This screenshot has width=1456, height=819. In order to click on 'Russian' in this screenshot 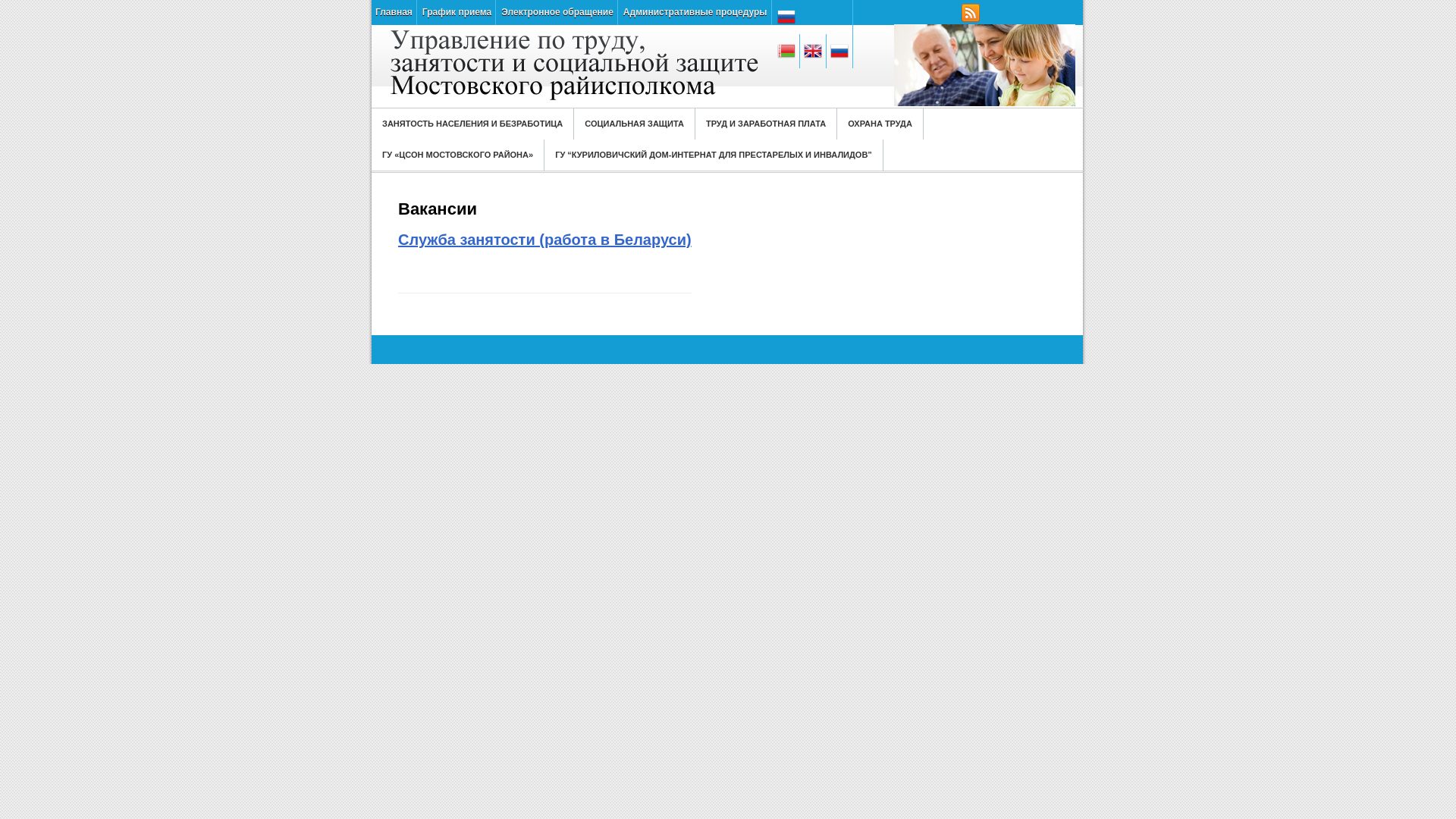, I will do `click(812, 17)`.